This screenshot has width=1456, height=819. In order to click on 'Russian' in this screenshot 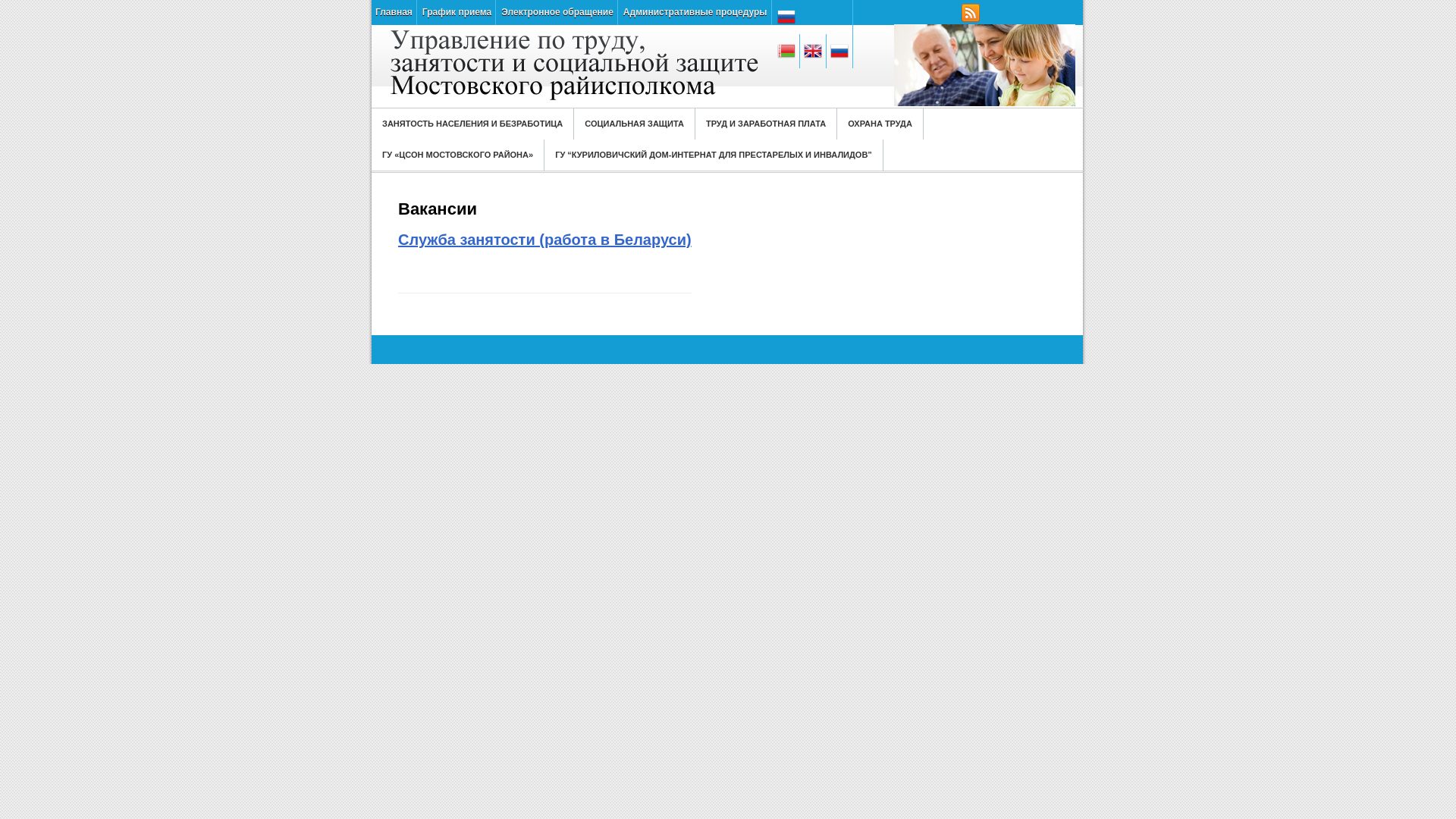, I will do `click(812, 17)`.